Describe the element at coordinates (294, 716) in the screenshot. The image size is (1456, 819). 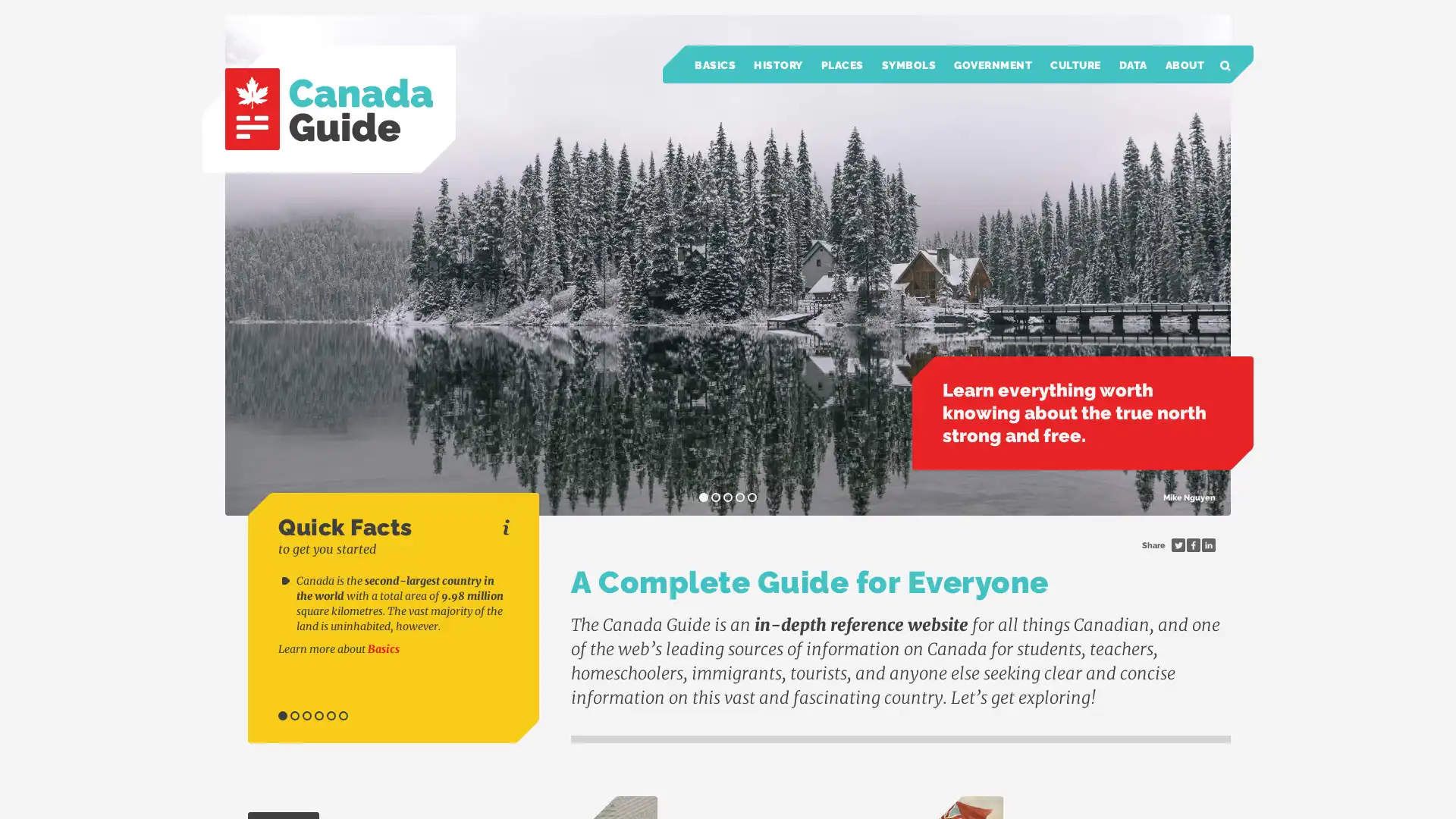
I see `Go to slide 2` at that location.